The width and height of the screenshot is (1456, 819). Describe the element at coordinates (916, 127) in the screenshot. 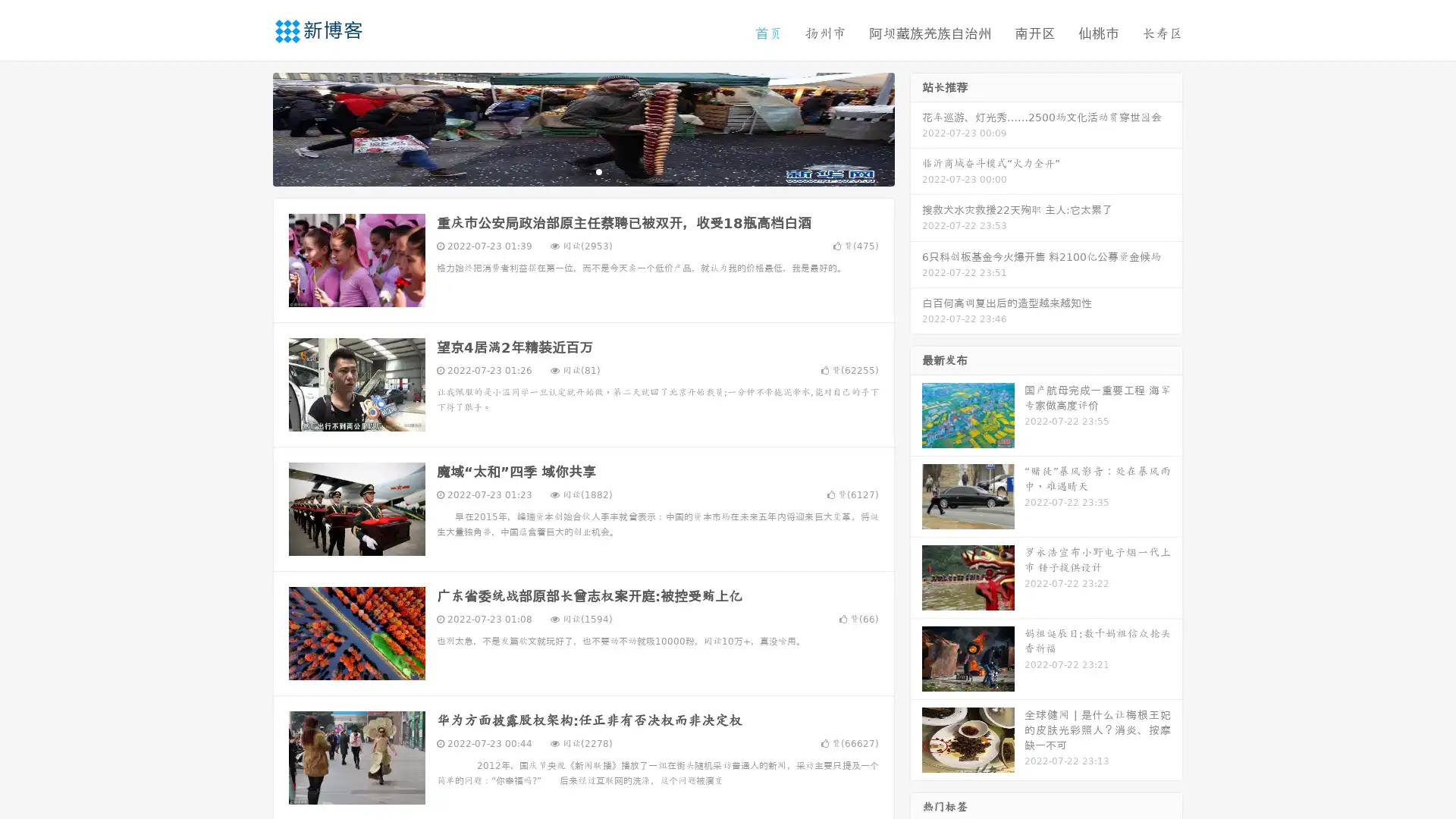

I see `Next slide` at that location.